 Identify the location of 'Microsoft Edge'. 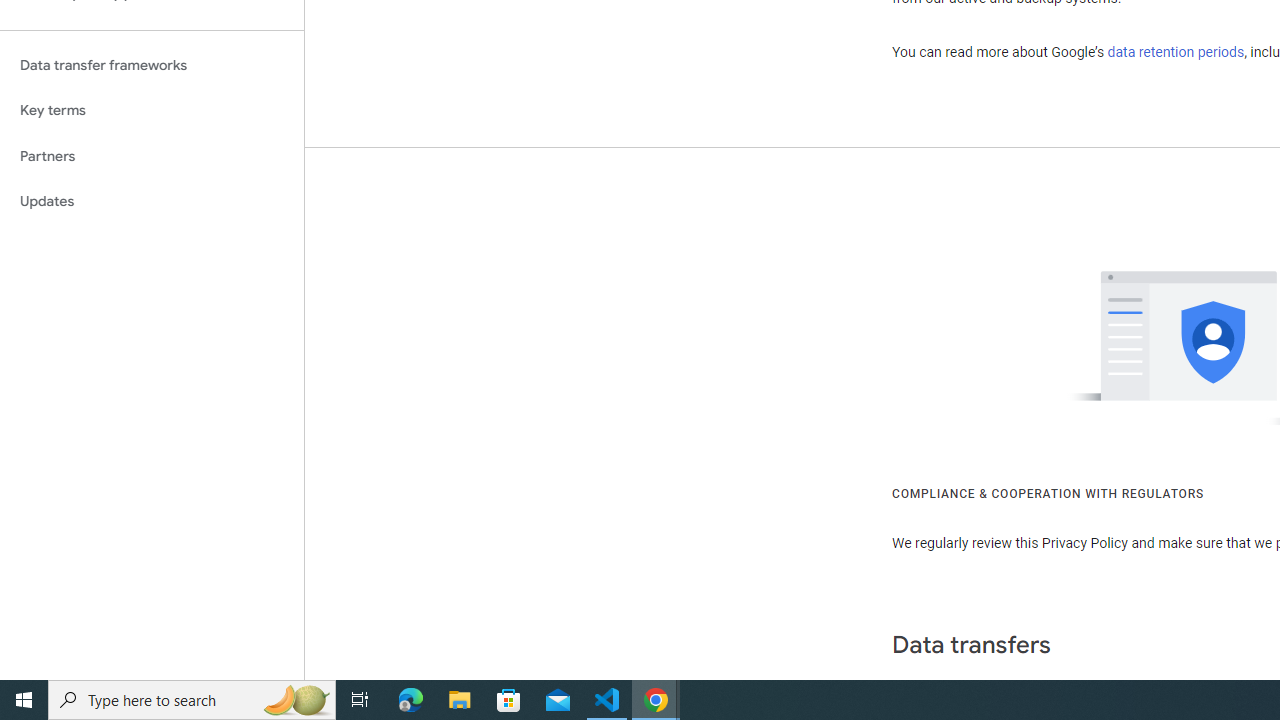
(410, 698).